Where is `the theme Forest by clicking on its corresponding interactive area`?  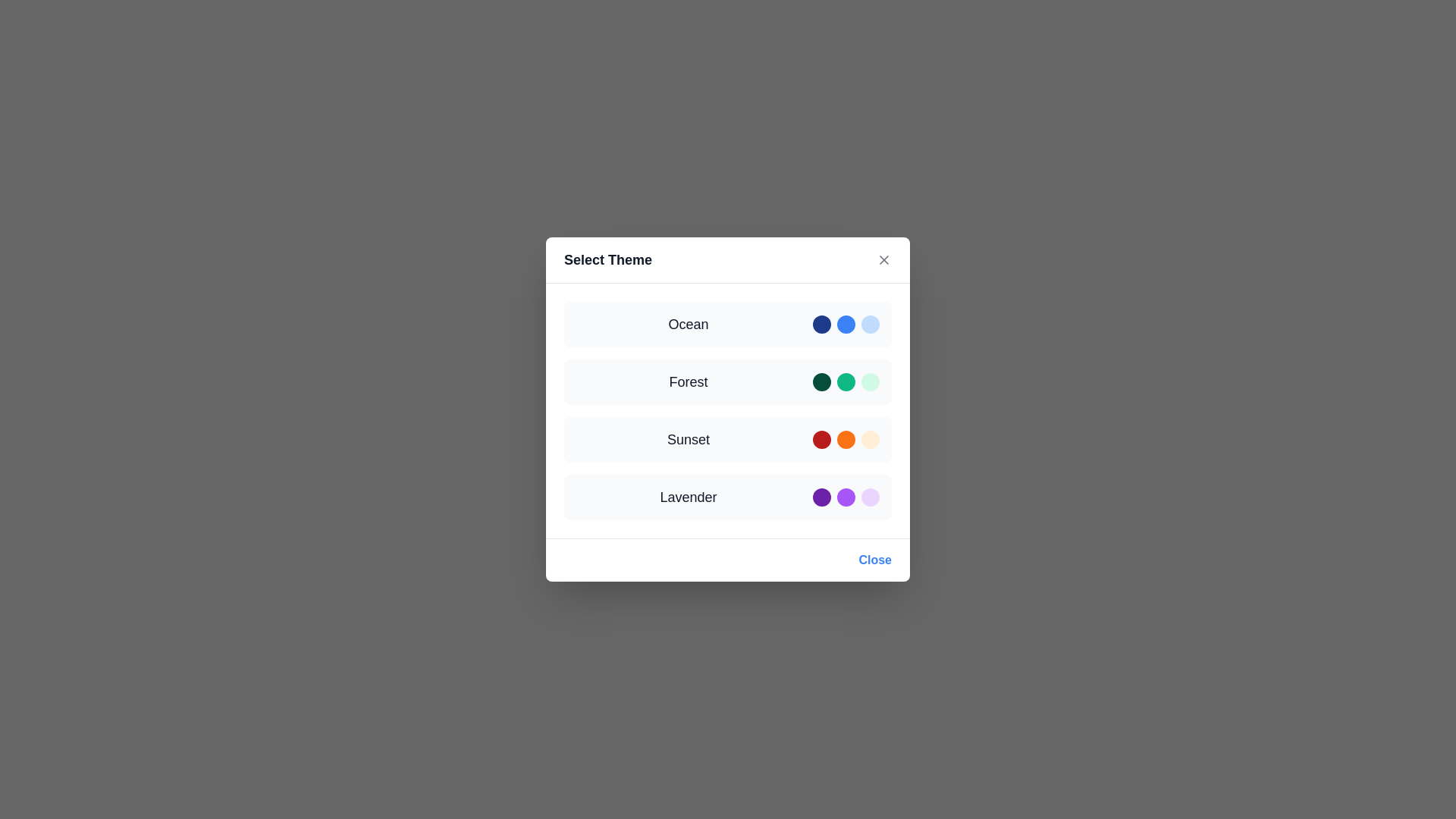 the theme Forest by clicking on its corresponding interactive area is located at coordinates (728, 381).